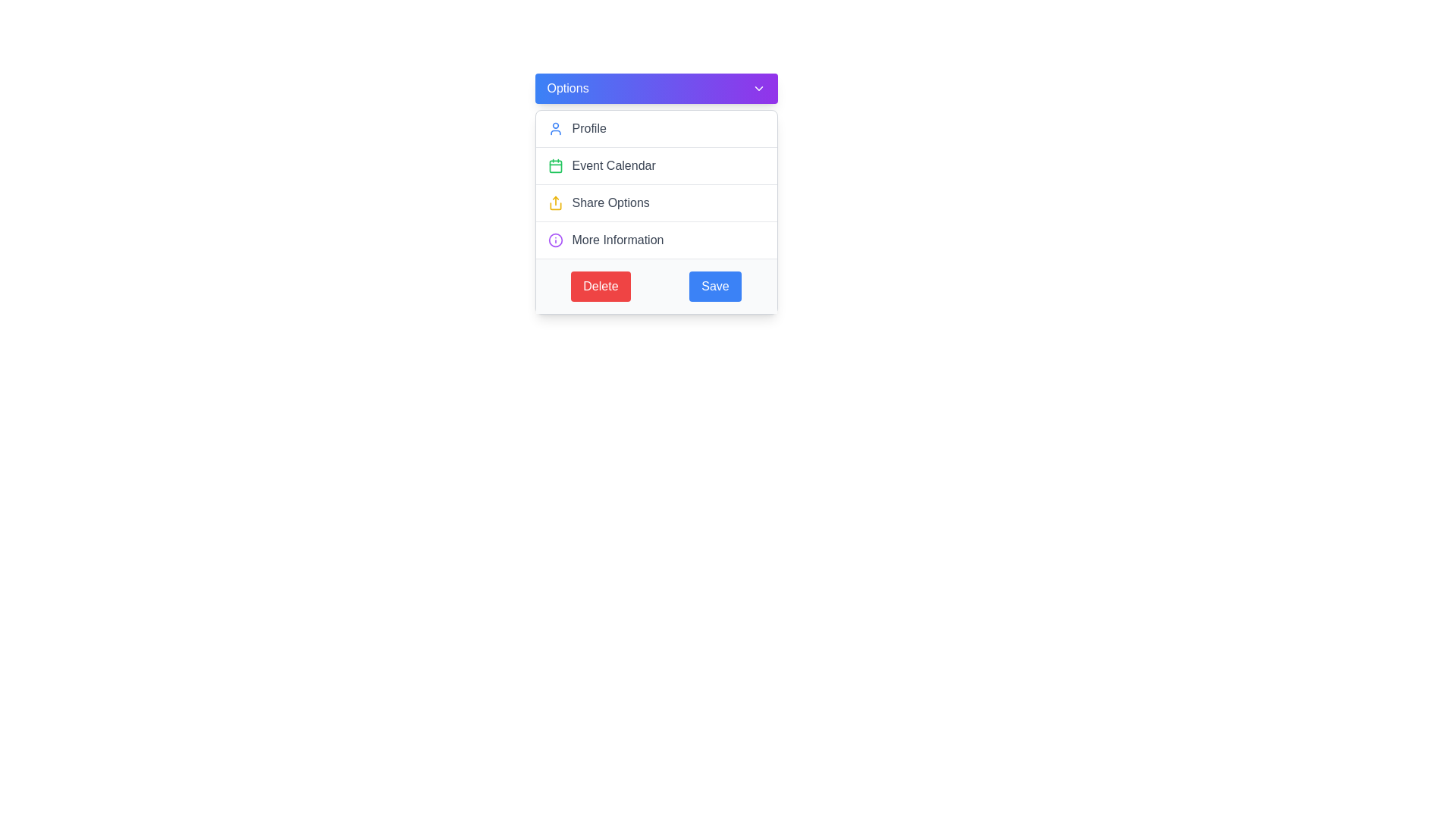 Image resolution: width=1456 pixels, height=819 pixels. I want to click on the purple circle icon within the drop-down menu that represents an information icon, so click(554, 239).